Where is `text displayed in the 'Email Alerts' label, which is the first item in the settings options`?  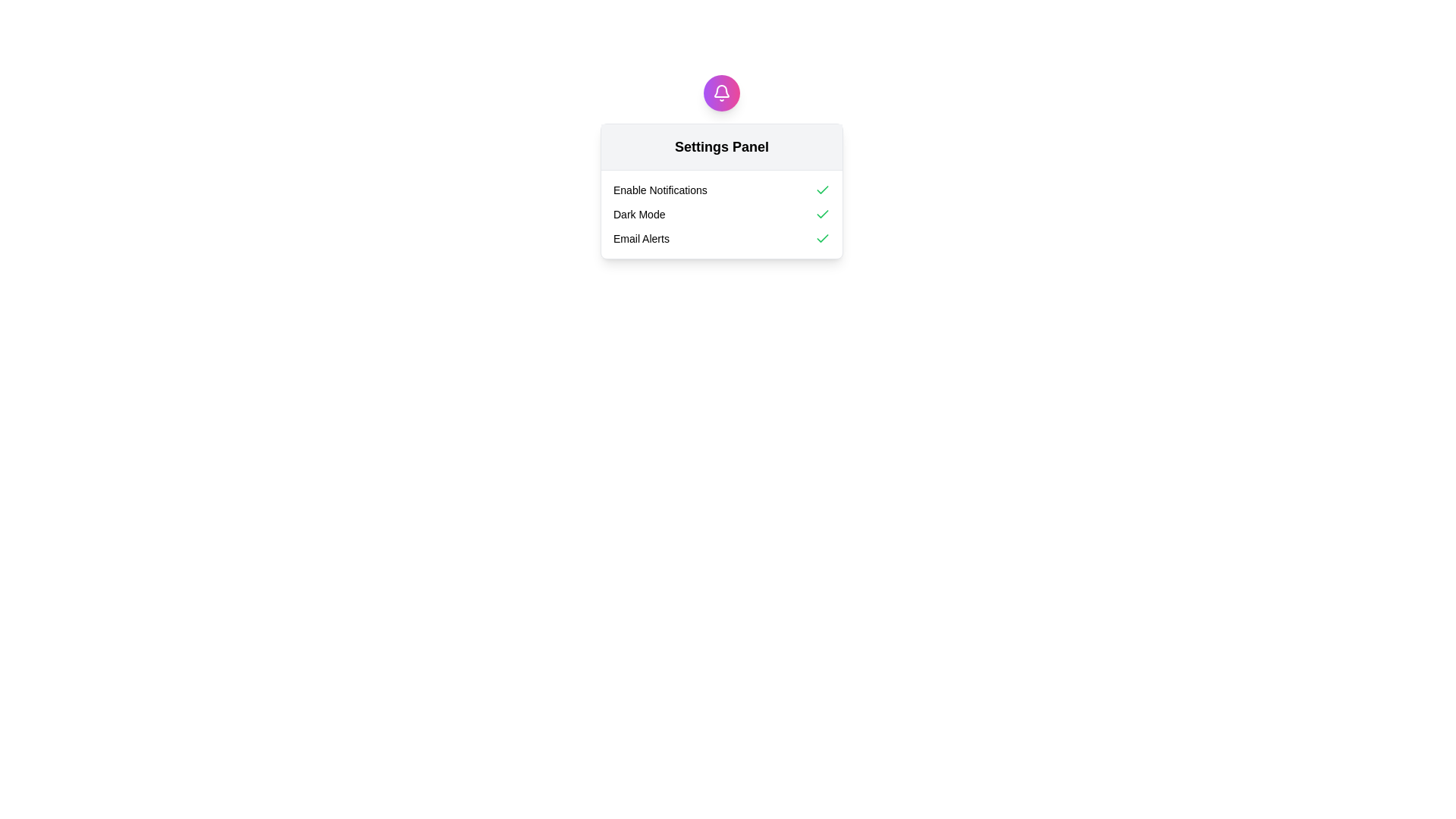 text displayed in the 'Email Alerts' label, which is the first item in the settings options is located at coordinates (641, 239).